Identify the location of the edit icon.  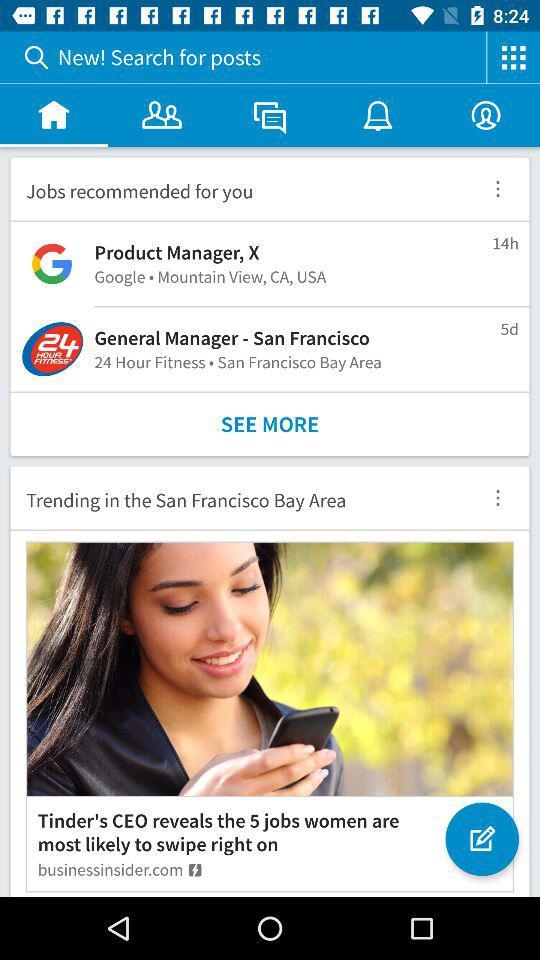
(481, 839).